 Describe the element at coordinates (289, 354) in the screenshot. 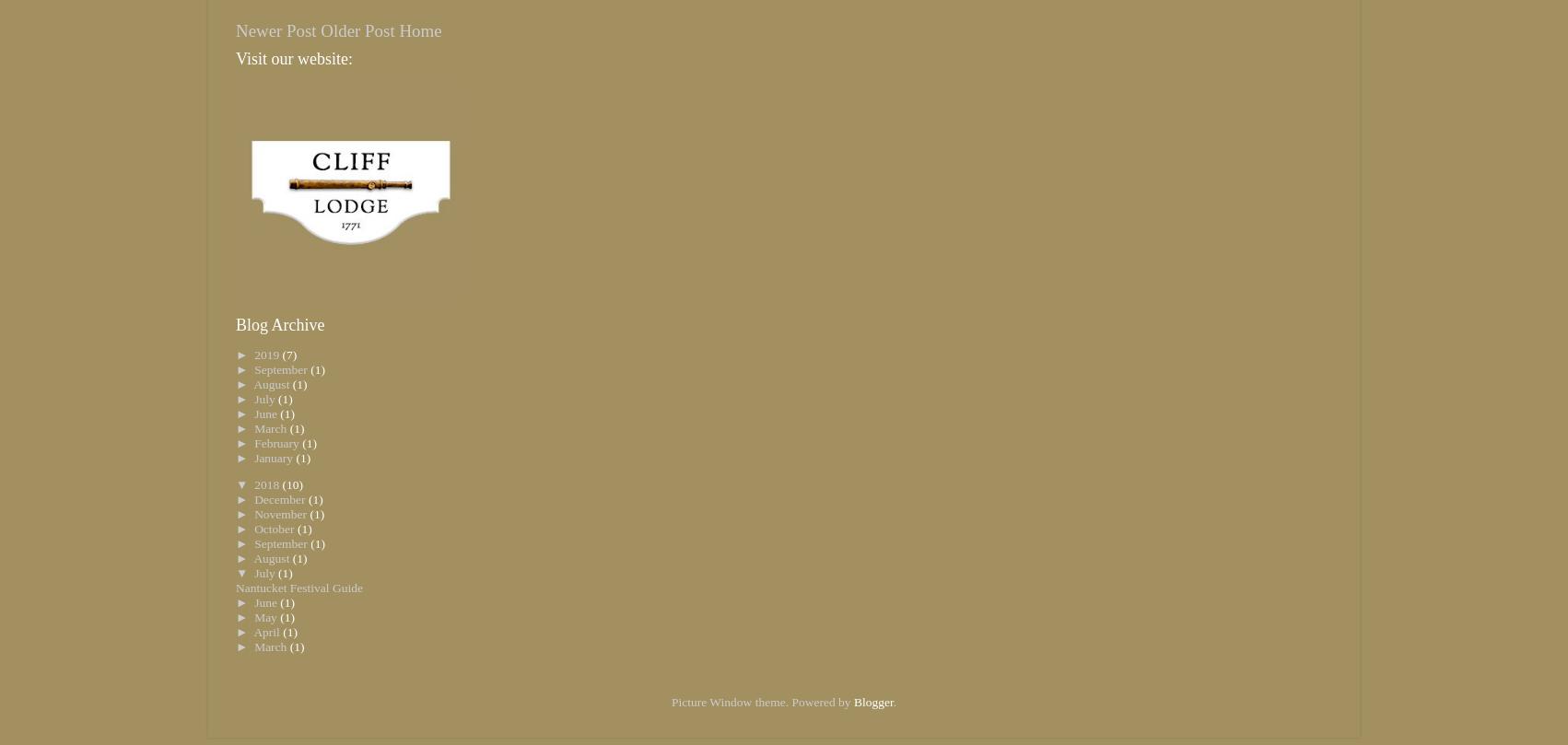

I see `'(7)'` at that location.